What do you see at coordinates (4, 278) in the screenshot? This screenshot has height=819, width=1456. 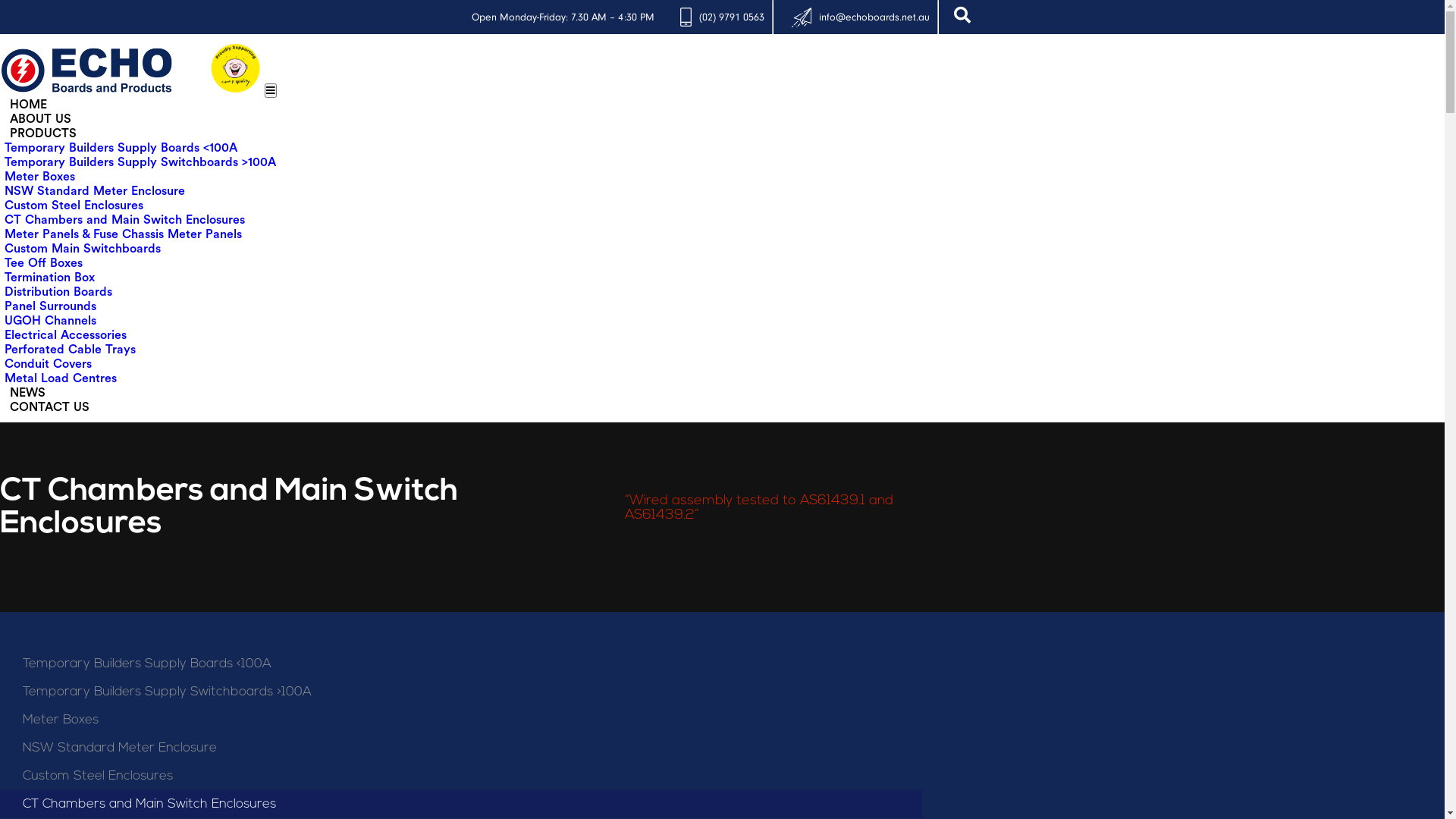 I see `'Termination Box'` at bounding box center [4, 278].